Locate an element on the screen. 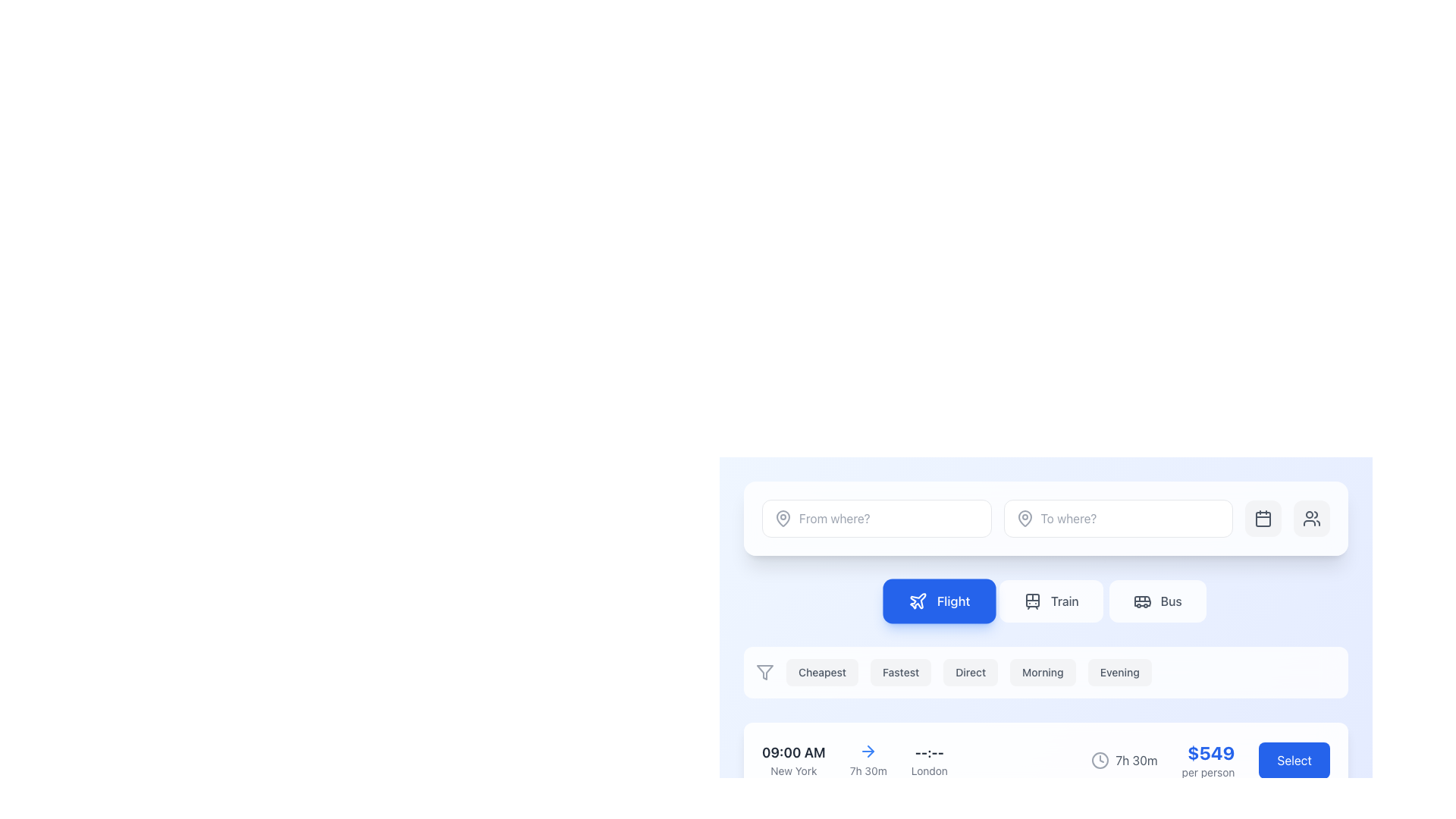 Image resolution: width=1456 pixels, height=819 pixels. the destination icon located at the far-left edge of the input field labeled 'To where?' is located at coordinates (1025, 517).